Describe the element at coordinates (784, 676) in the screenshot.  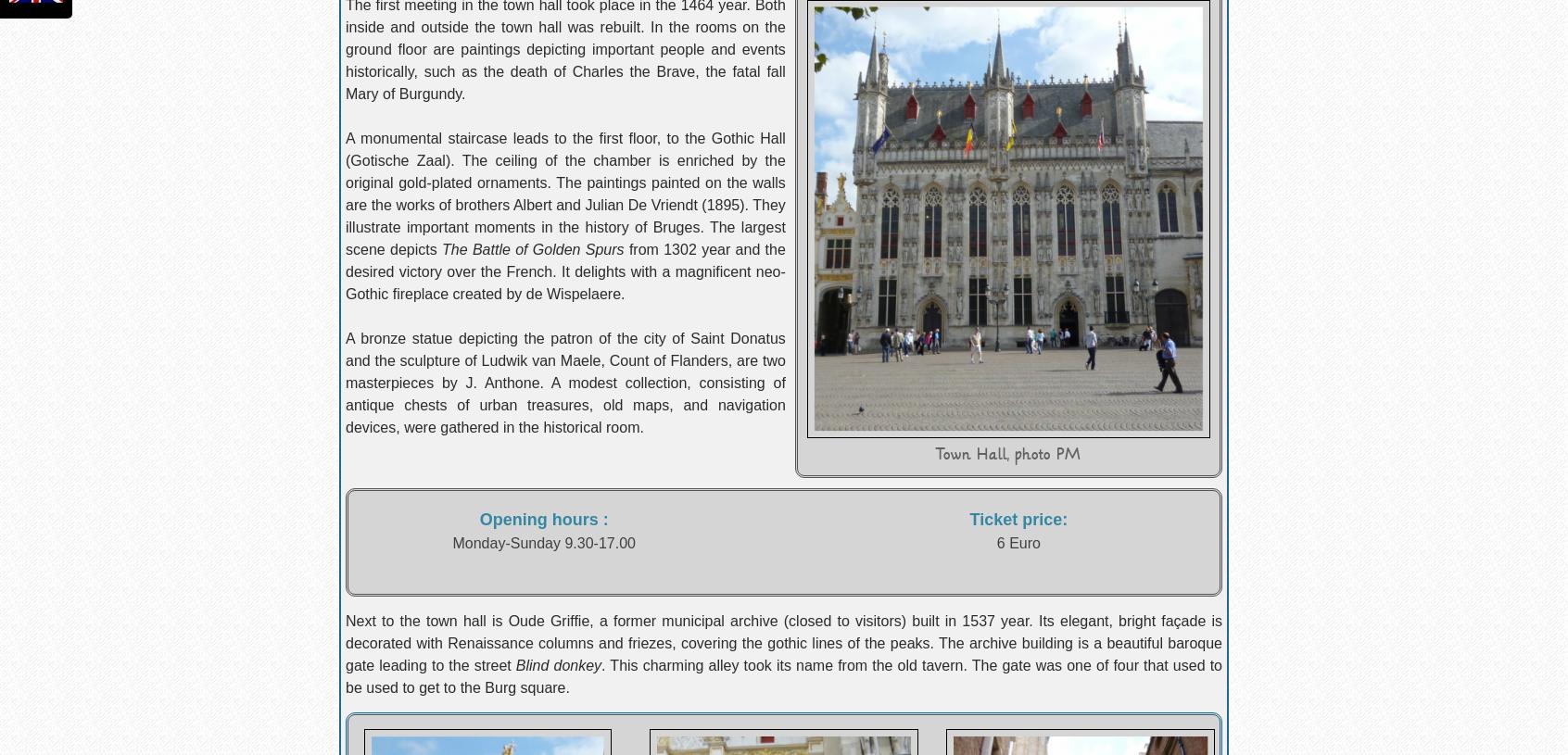
I see `'. This charming alley took its name from the old tavern. The gate was one of four that used to be used to get to the Burg square.'` at that location.